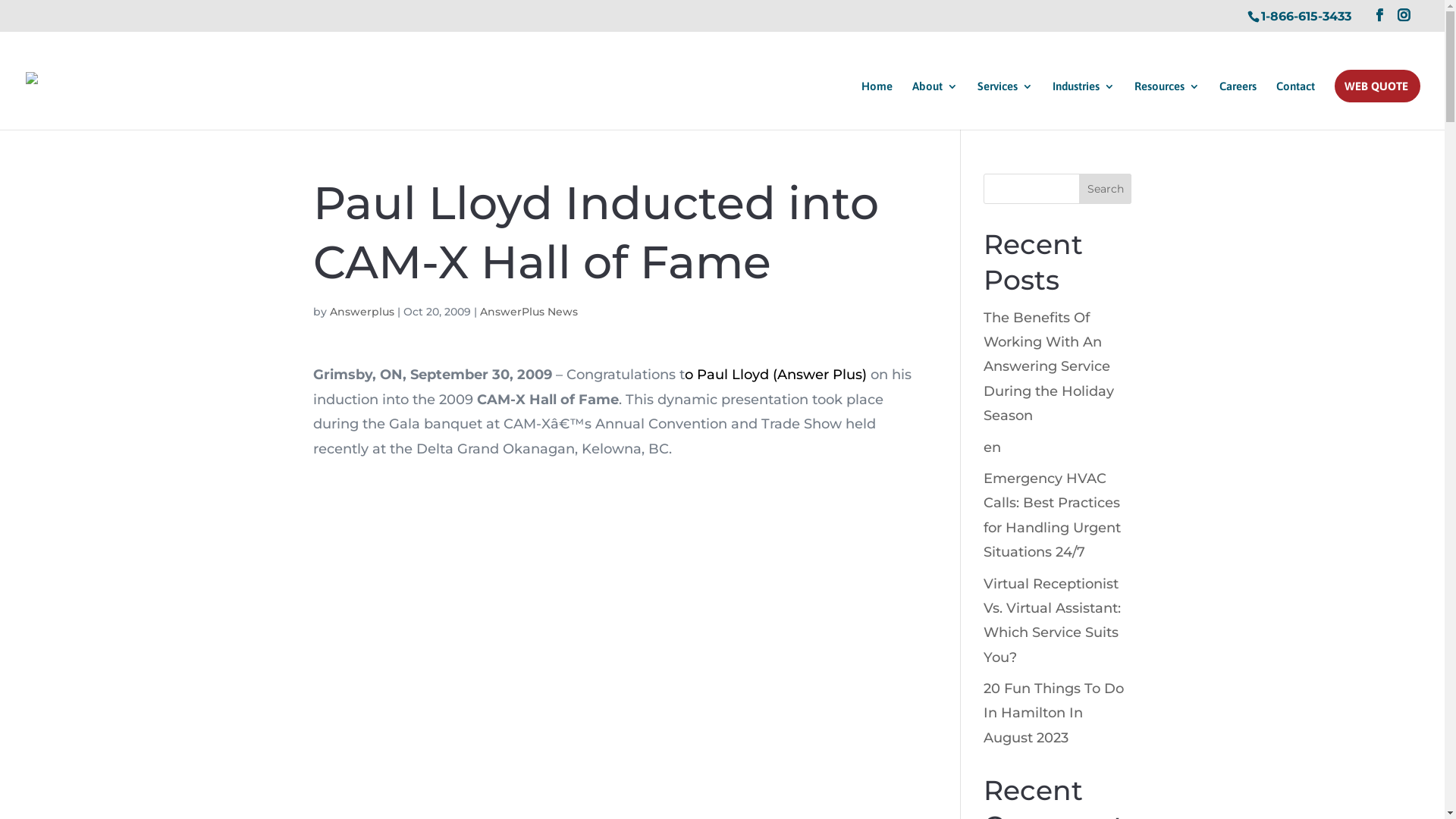 This screenshot has height=819, width=1456. What do you see at coordinates (1305, 16) in the screenshot?
I see `'1-866-615-3433'` at bounding box center [1305, 16].